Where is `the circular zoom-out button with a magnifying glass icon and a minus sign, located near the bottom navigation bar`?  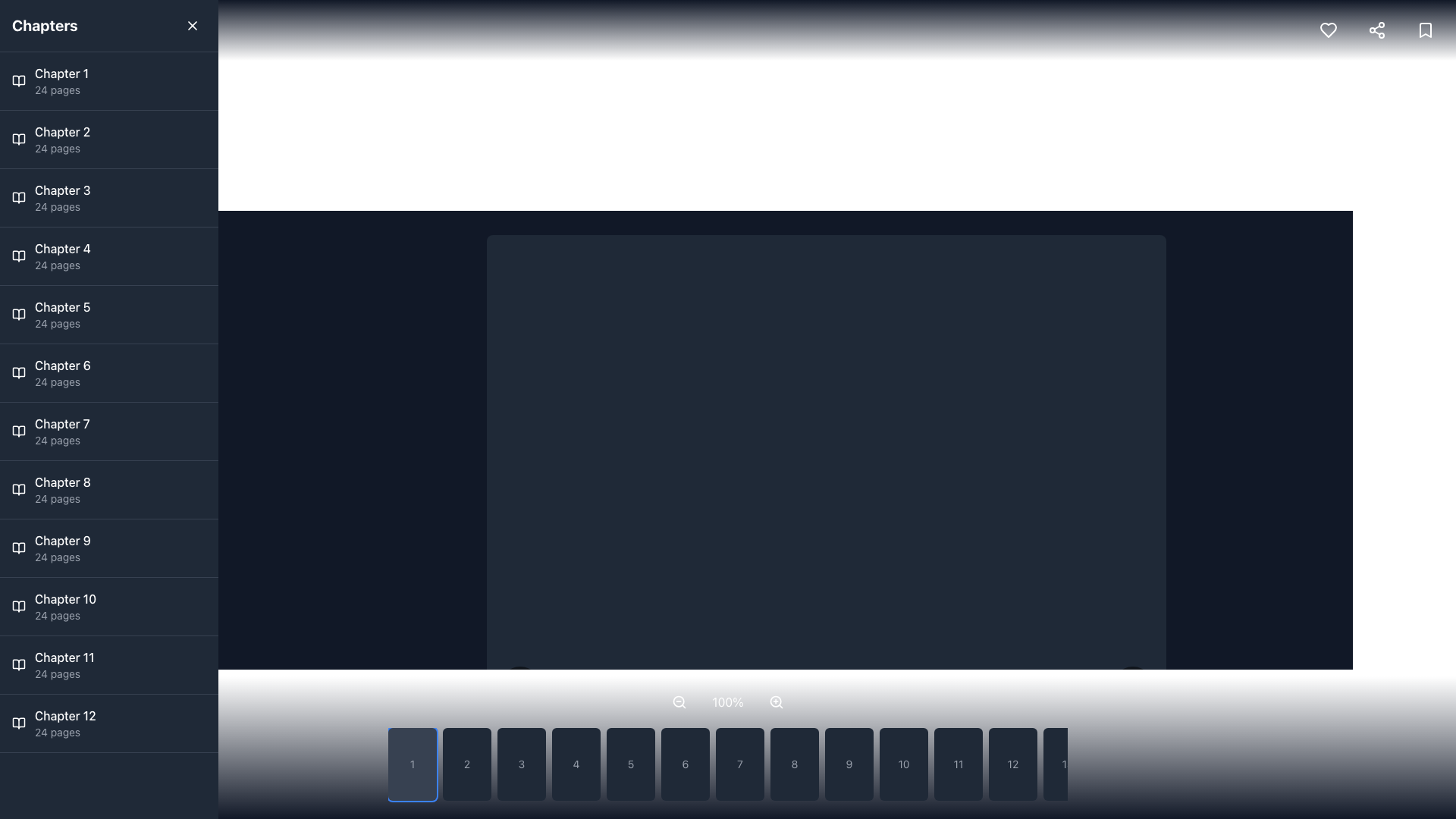 the circular zoom-out button with a magnifying glass icon and a minus sign, located near the bottom navigation bar is located at coordinates (679, 701).